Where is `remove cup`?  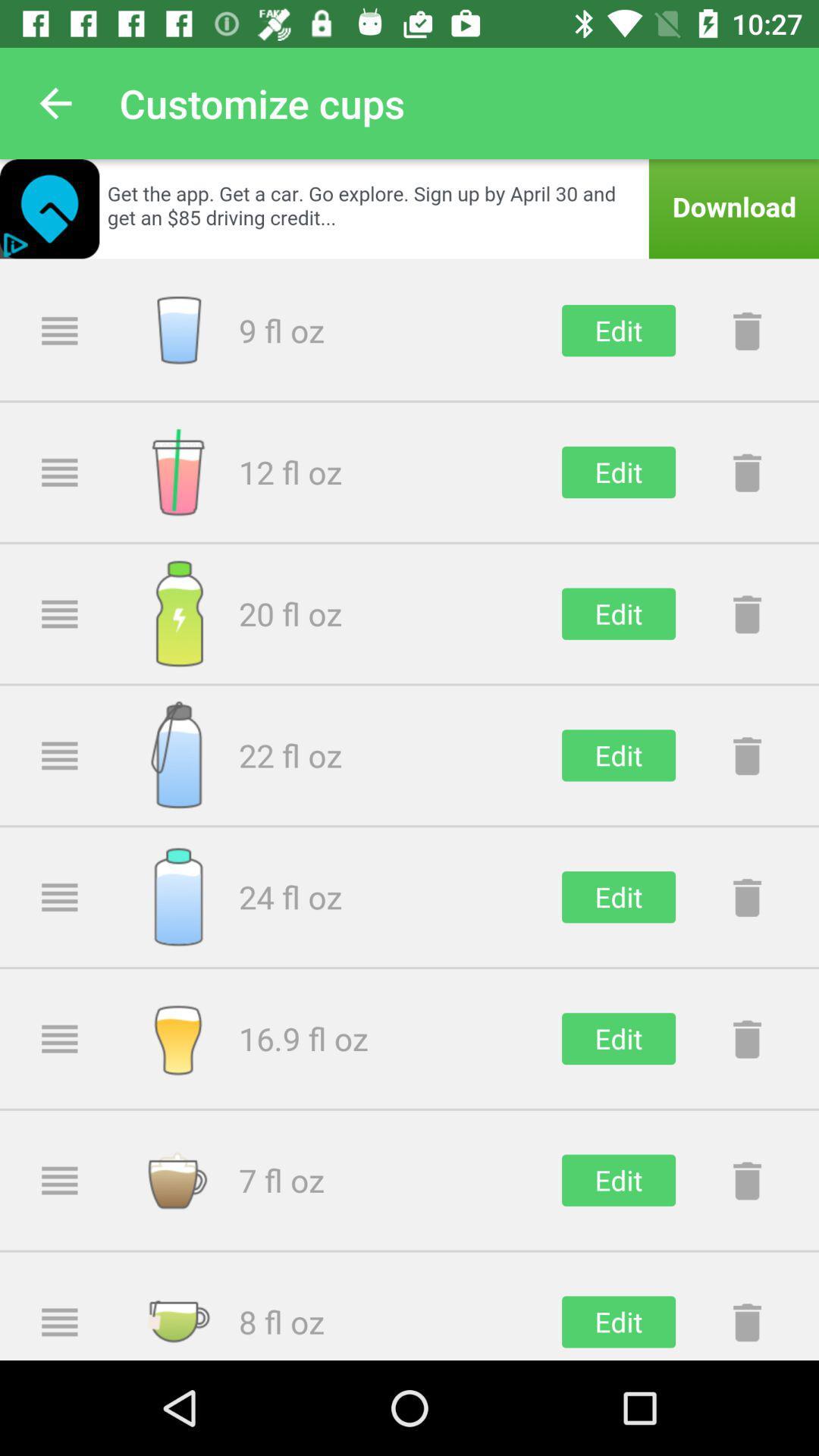
remove cup is located at coordinates (746, 897).